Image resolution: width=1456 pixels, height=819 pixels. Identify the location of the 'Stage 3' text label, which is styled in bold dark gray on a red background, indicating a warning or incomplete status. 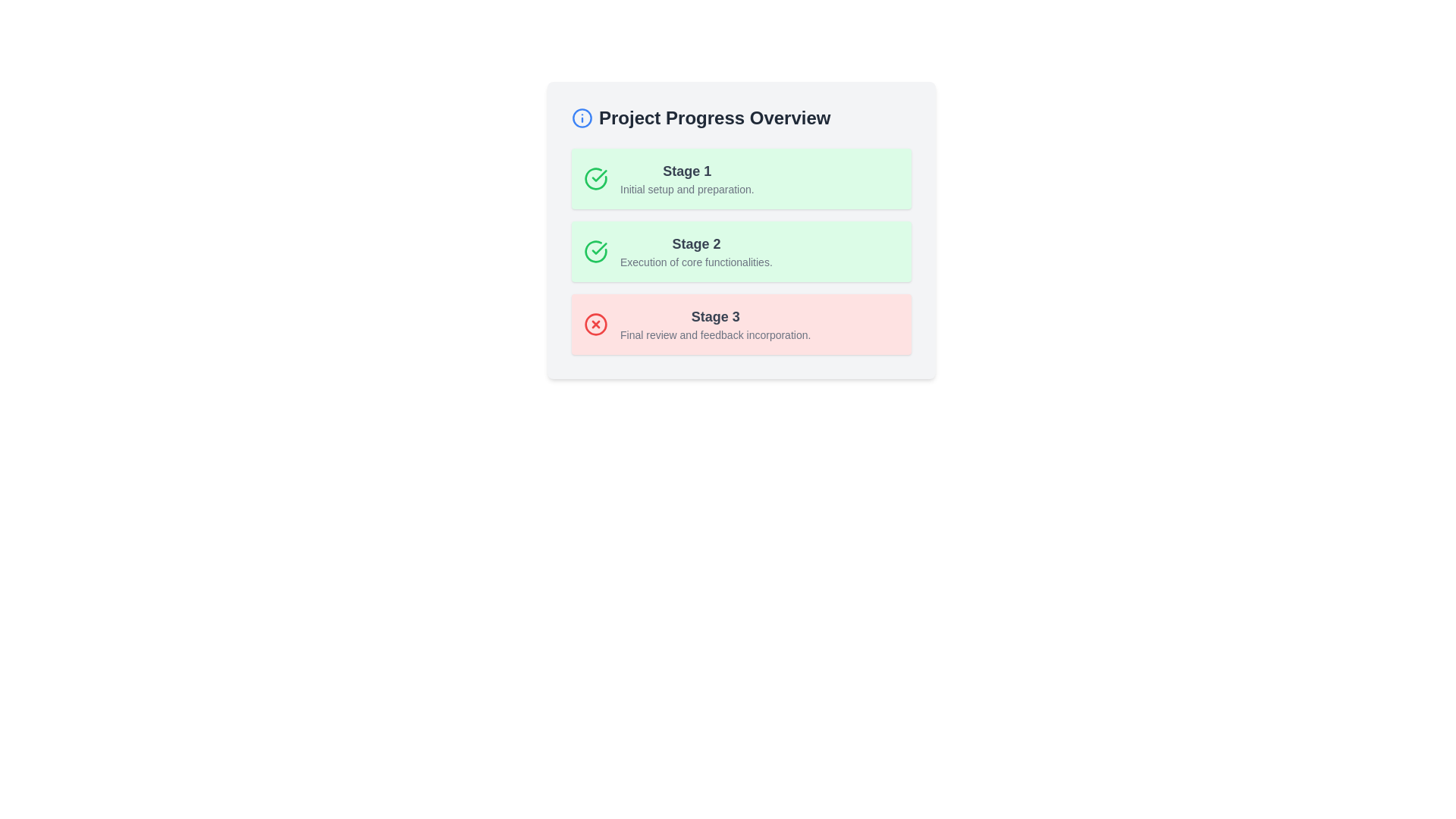
(714, 315).